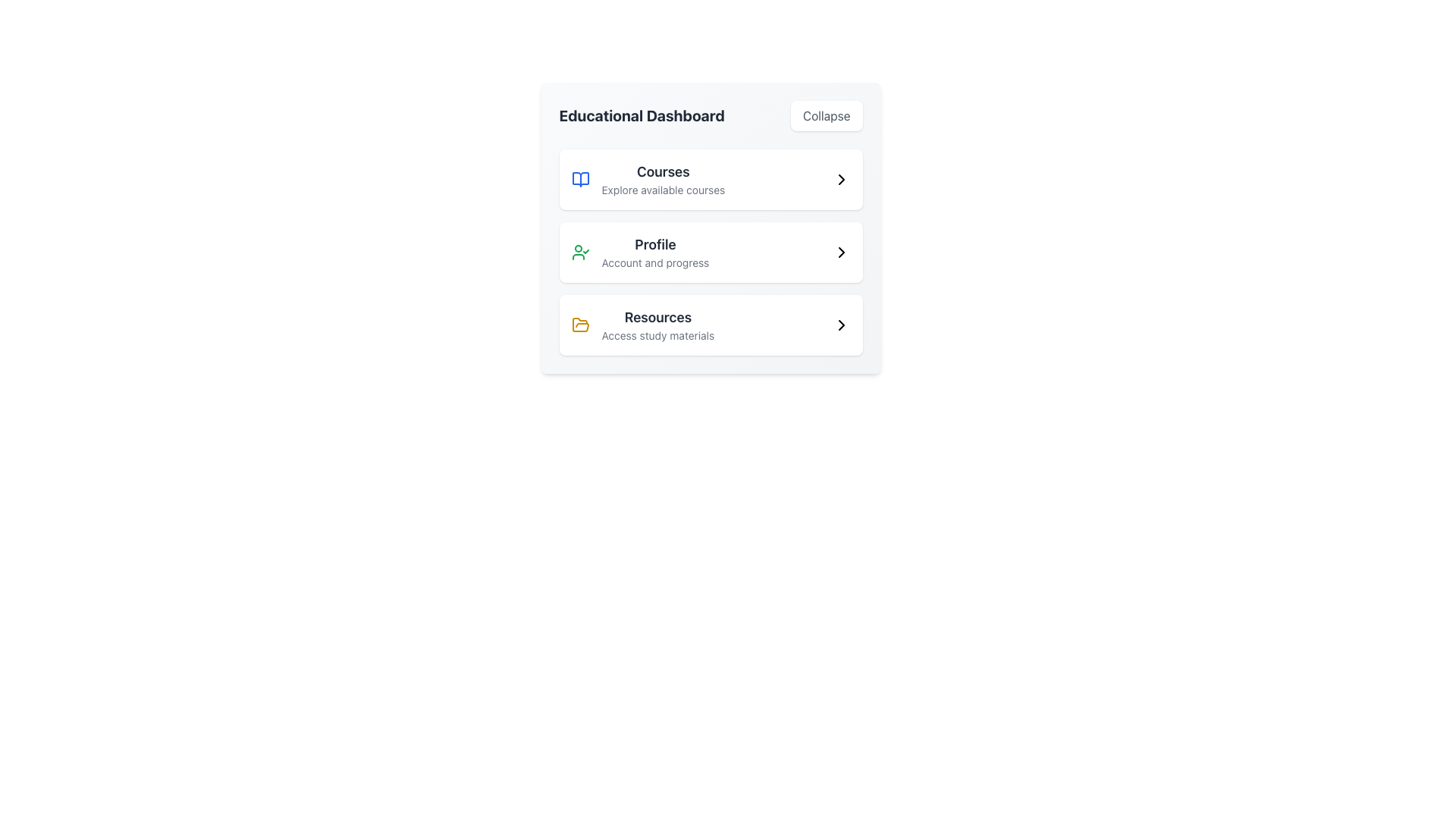 The width and height of the screenshot is (1456, 819). I want to click on the small black chevron-shaped icon pointing to the right, located adjacent to the text 'Courses – Explore available courses' in the Courses card section, so click(840, 178).